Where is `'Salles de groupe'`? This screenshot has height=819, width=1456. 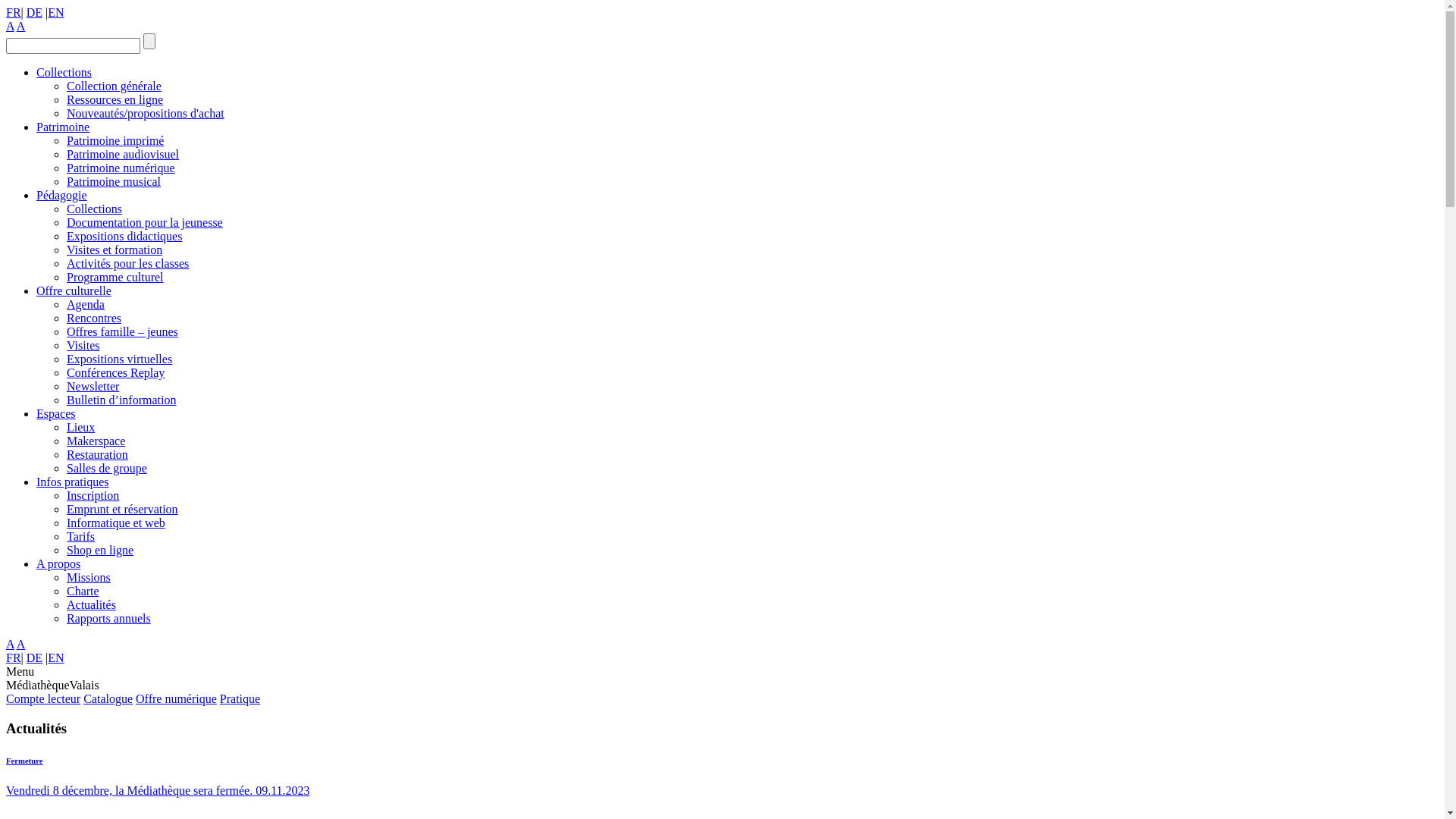
'Salles de groupe' is located at coordinates (65, 467).